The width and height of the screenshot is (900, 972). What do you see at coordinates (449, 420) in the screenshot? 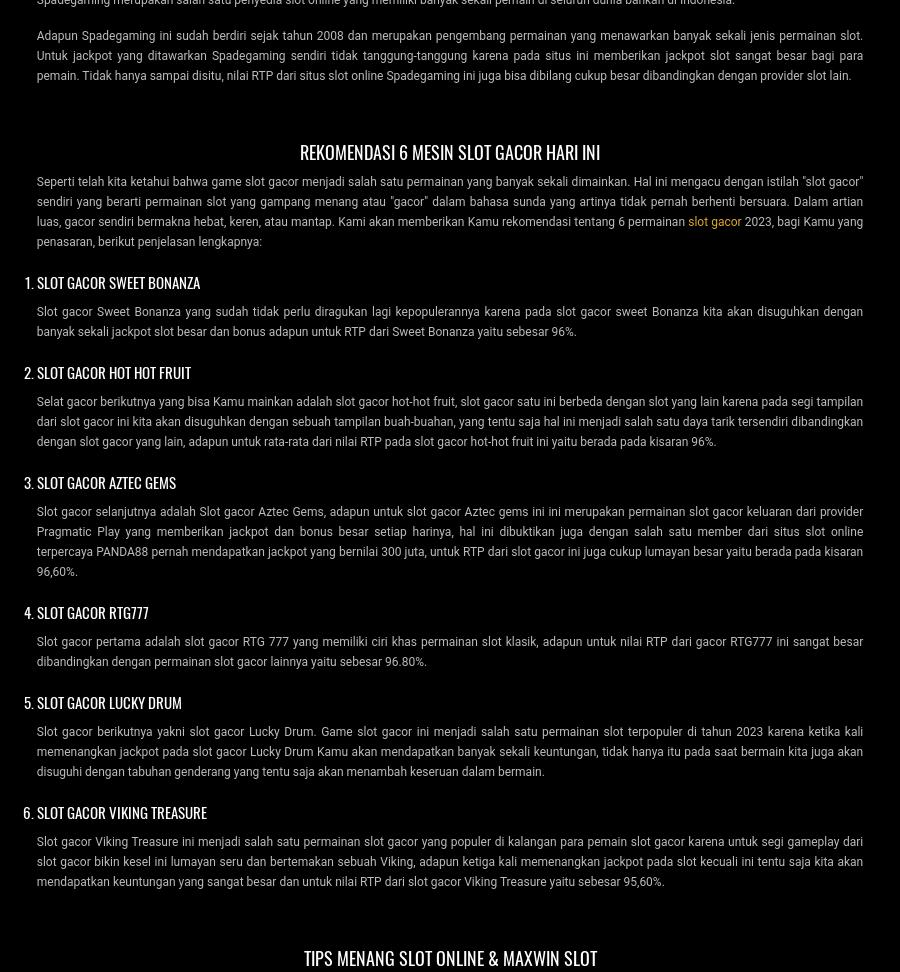
I see `'Selat gacor berikutnya yang bisa Kamu mainkan adalah slot gacor hot-hot fruit, slot gacor satu ini berbeda dengan slot yang lain karena pada segi tampilan dari slot gacor ini kita akan disuguhkan dengan sebuah tampilan buah-buahan, yang tentu saja hal ini menjadi salah satu daya tarik tersendiri dibandingkan dengan slot gacor yang lain, adapun untuk rata-rata dari nilai RTP pada slot gacor hot-hot fruit ini yaitu berada pada kisaran 96%.'` at bounding box center [449, 420].